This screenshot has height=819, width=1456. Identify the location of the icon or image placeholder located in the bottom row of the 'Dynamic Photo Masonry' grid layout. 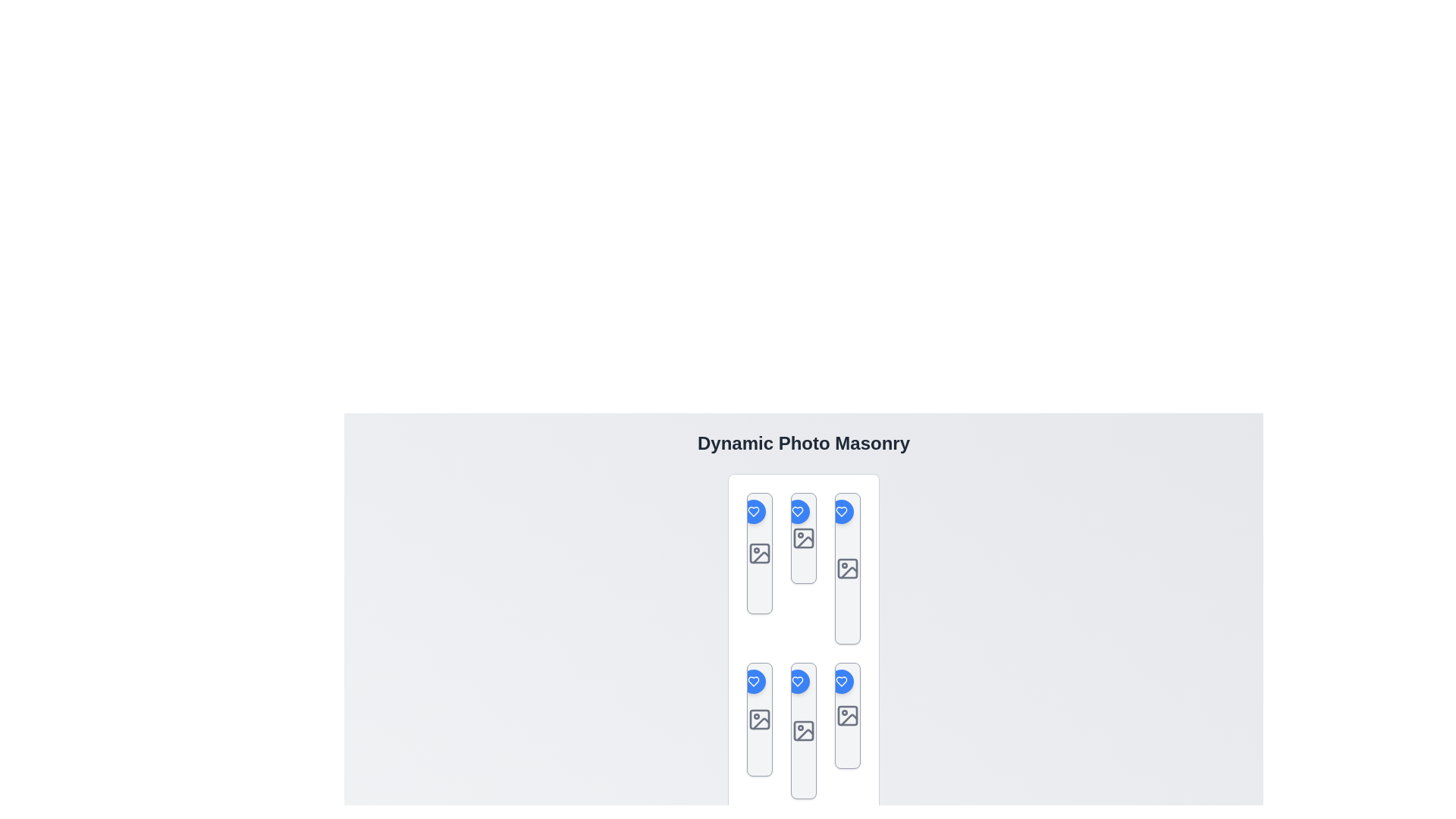
(803, 730).